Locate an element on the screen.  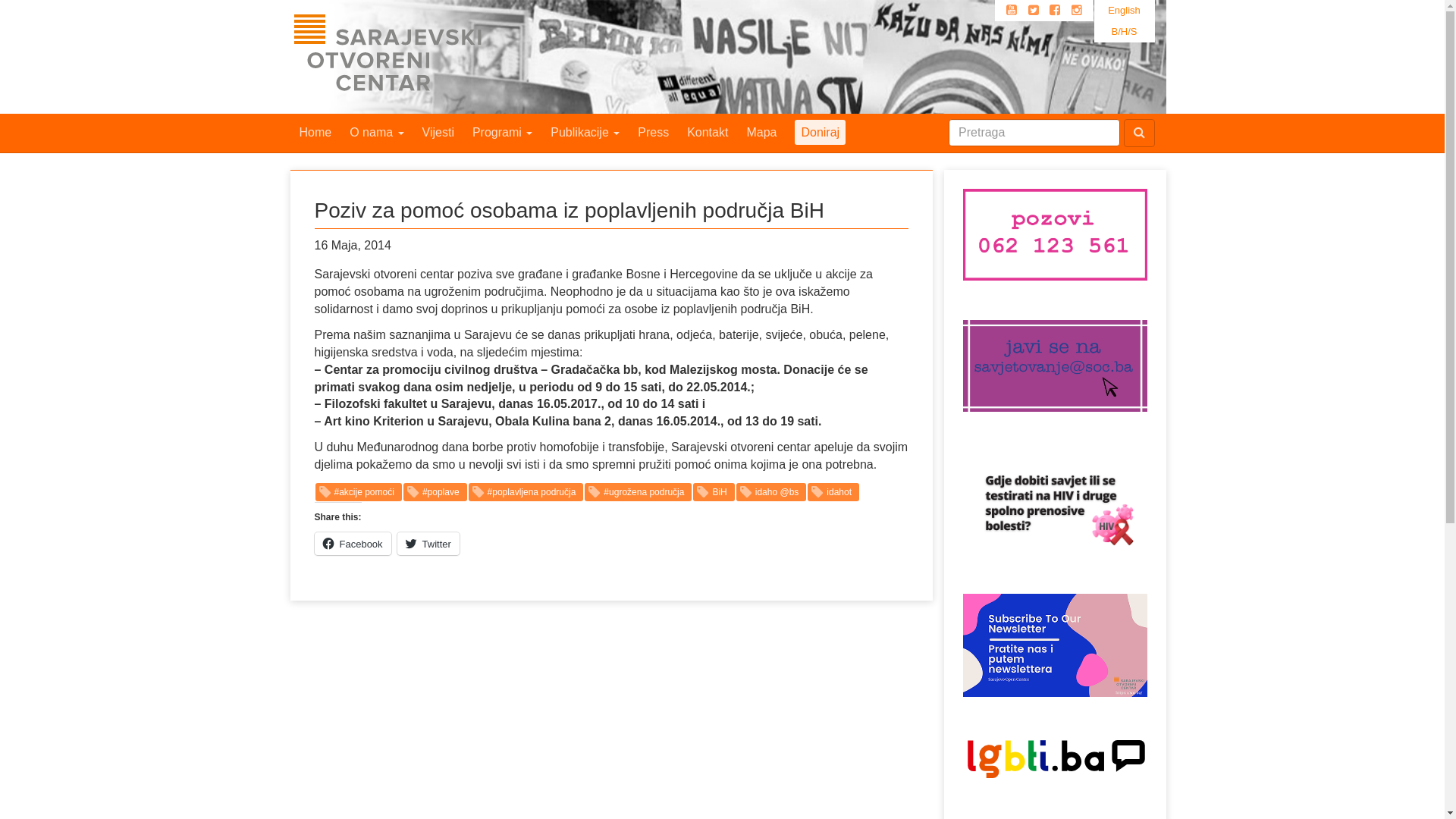
'Kontakt' is located at coordinates (706, 131).